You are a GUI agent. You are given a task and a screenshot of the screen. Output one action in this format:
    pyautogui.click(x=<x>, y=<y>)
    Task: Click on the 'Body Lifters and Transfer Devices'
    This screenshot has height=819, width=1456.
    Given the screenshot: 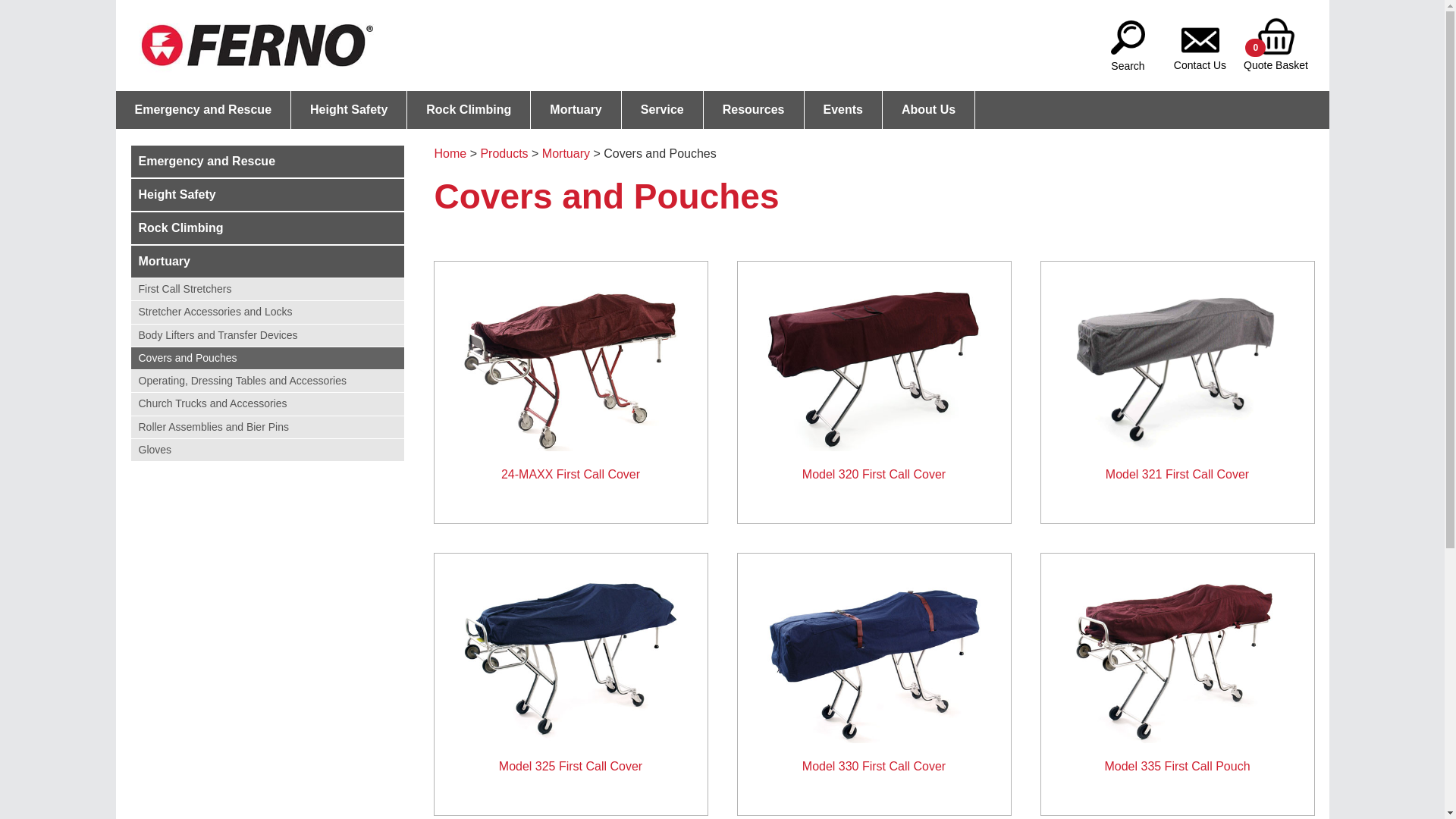 What is the action you would take?
    pyautogui.click(x=266, y=334)
    